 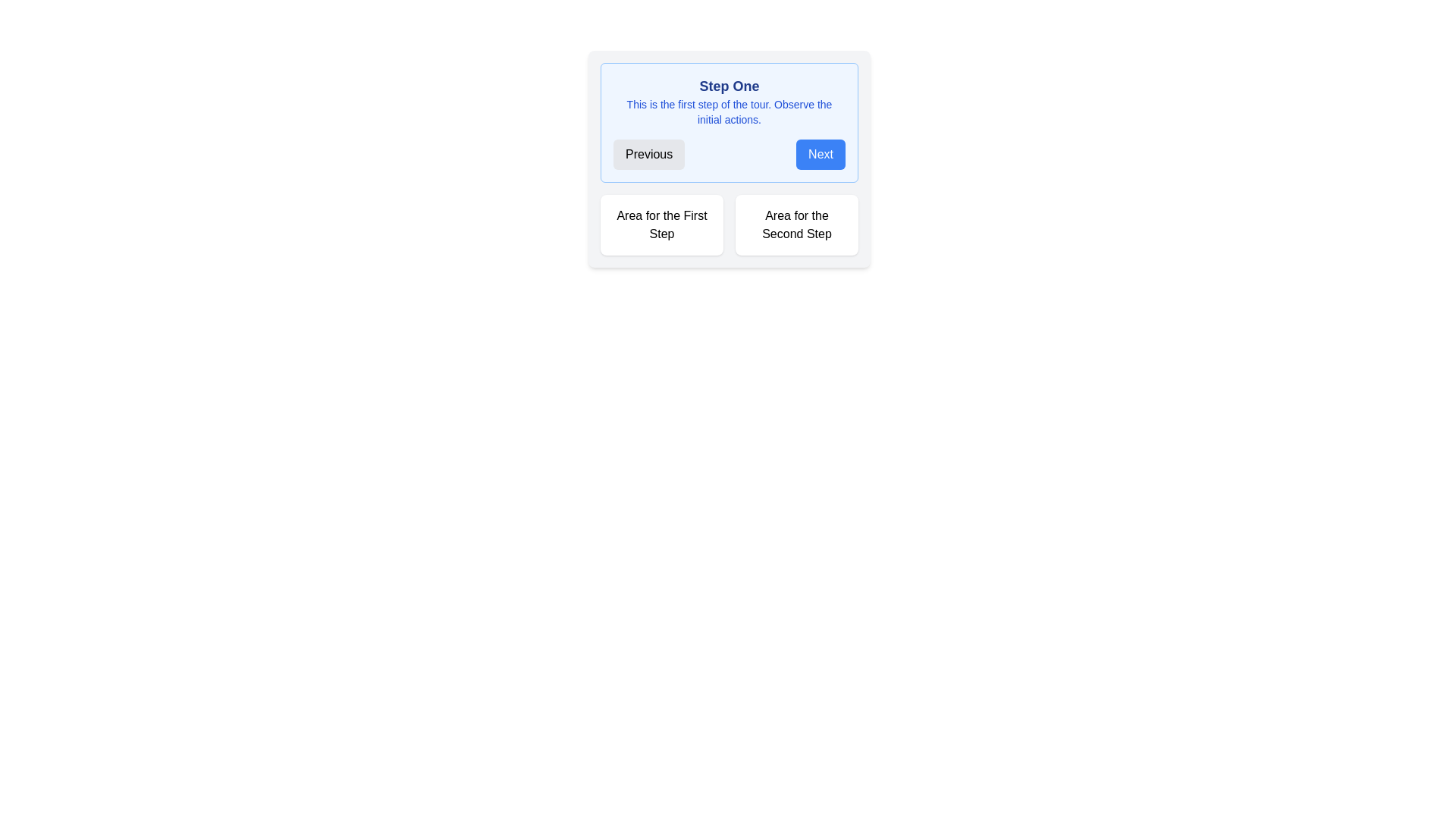 What do you see at coordinates (649, 155) in the screenshot?
I see `the 'Previous' button, which is a rounded rectangle with black text on a light gray background` at bounding box center [649, 155].